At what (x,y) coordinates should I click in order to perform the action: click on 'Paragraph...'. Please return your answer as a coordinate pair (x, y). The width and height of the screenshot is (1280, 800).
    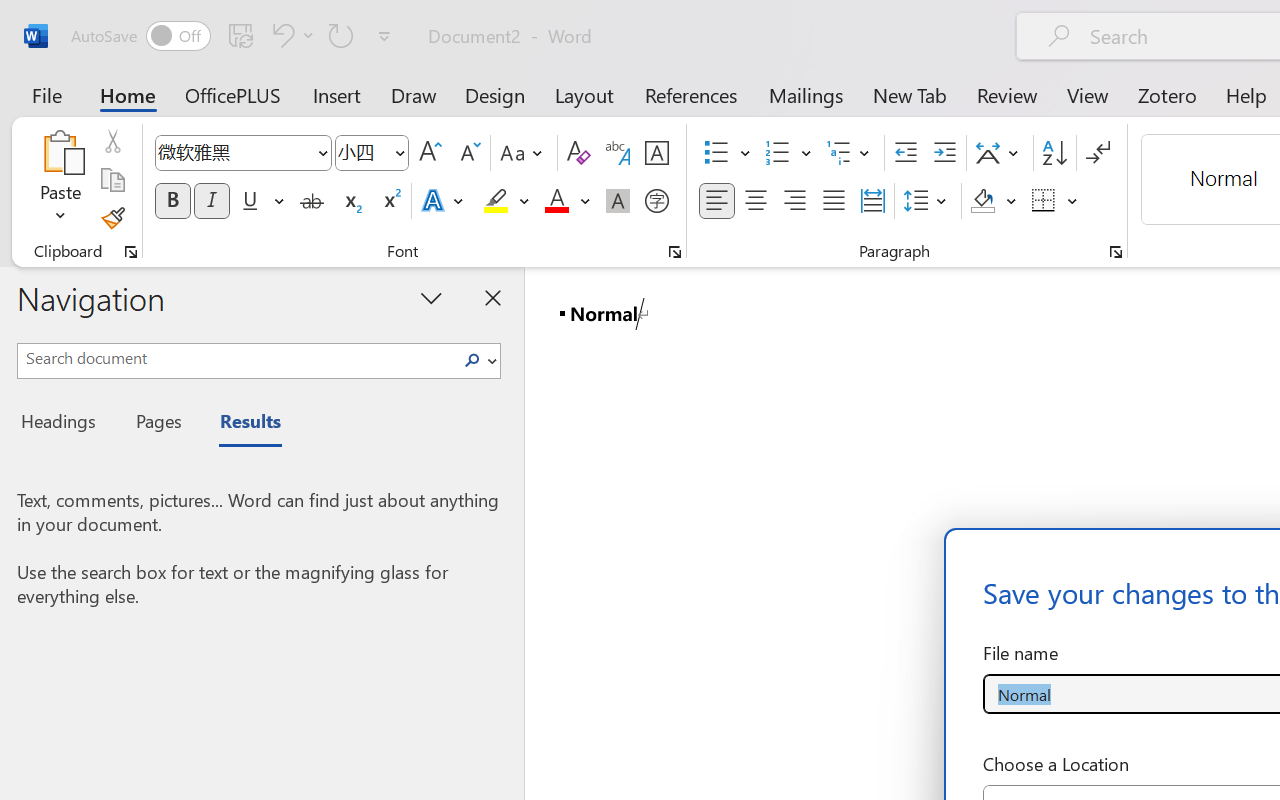
    Looking at the image, I should click on (1114, 251).